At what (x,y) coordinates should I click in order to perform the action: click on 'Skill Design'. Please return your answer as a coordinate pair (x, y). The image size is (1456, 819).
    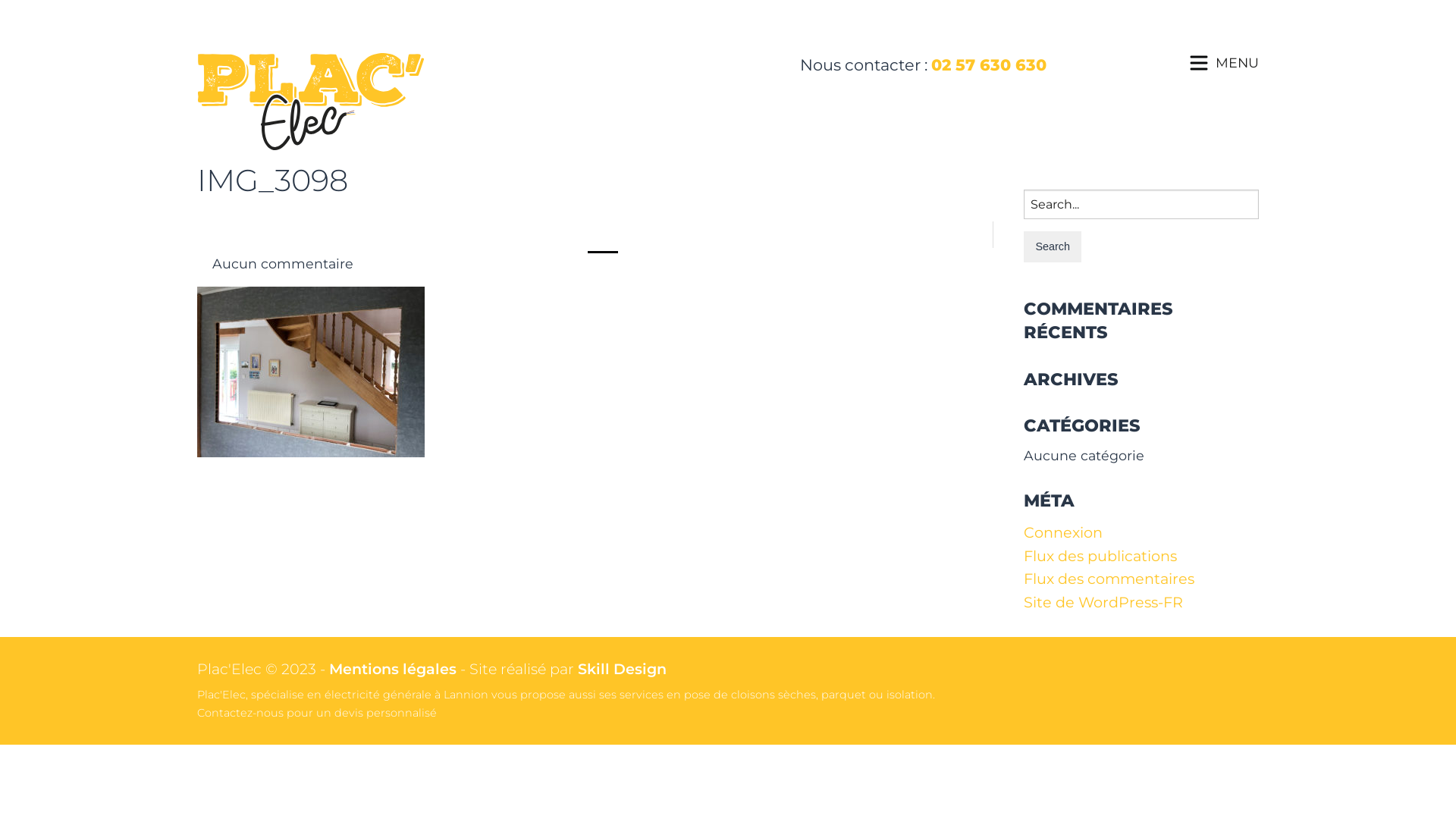
    Looking at the image, I should click on (577, 668).